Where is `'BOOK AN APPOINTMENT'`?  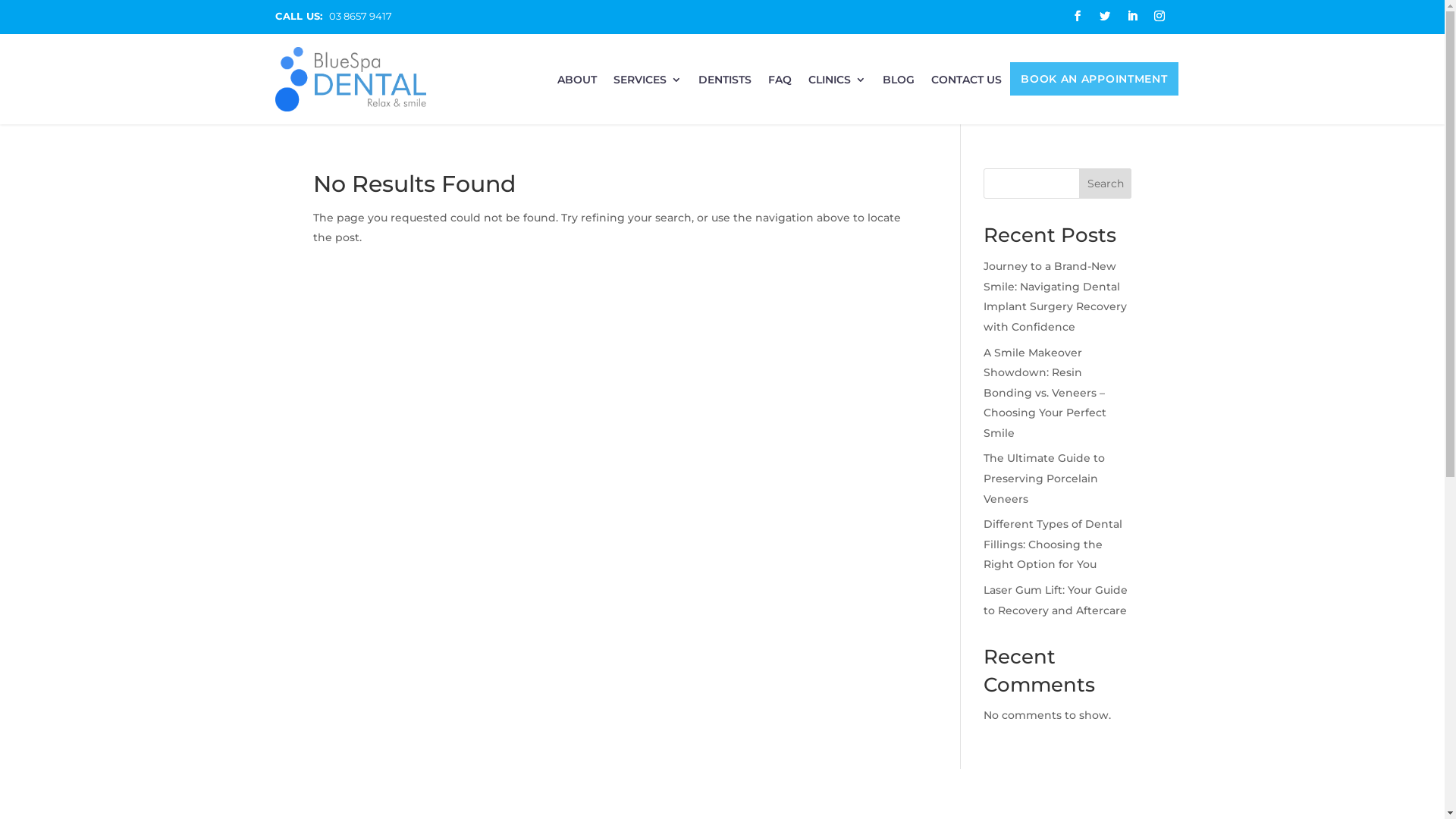 'BOOK AN APPOINTMENT' is located at coordinates (1094, 82).